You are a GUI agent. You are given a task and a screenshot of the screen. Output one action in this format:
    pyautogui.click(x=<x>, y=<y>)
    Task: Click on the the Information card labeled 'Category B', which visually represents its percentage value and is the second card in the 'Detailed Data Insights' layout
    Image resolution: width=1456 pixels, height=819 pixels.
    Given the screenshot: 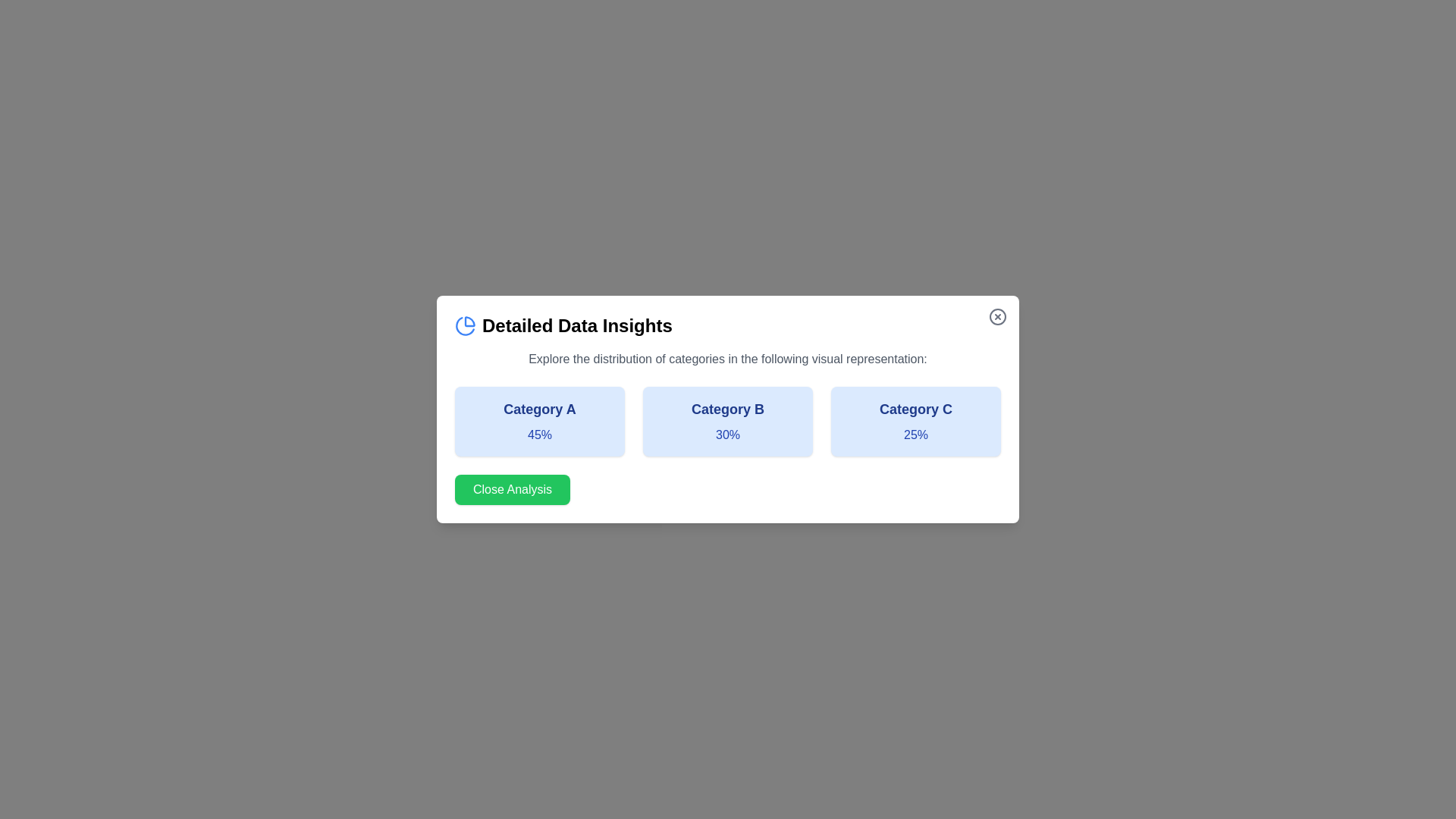 What is the action you would take?
    pyautogui.click(x=728, y=421)
    